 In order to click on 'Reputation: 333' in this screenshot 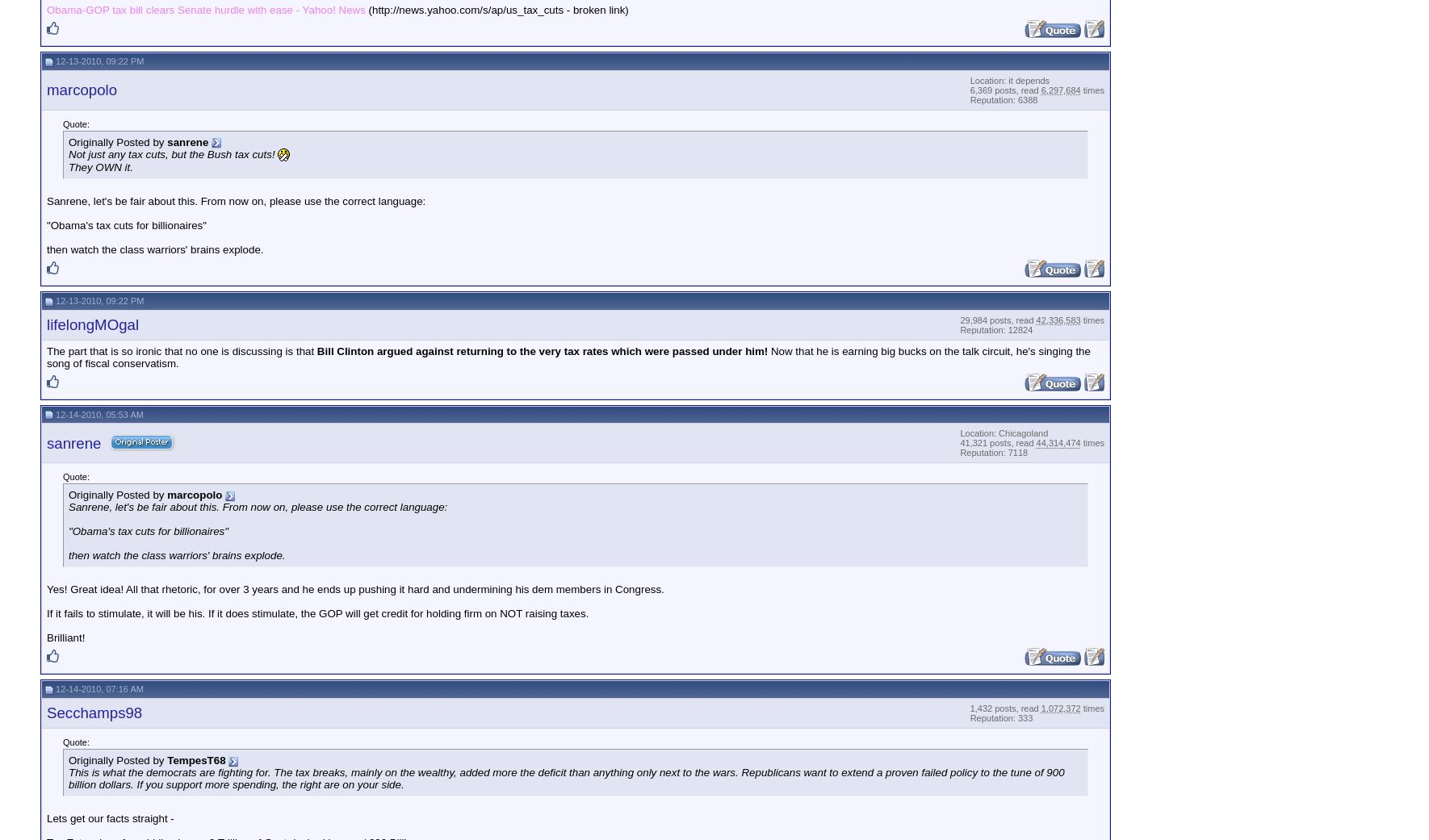, I will do `click(1000, 717)`.